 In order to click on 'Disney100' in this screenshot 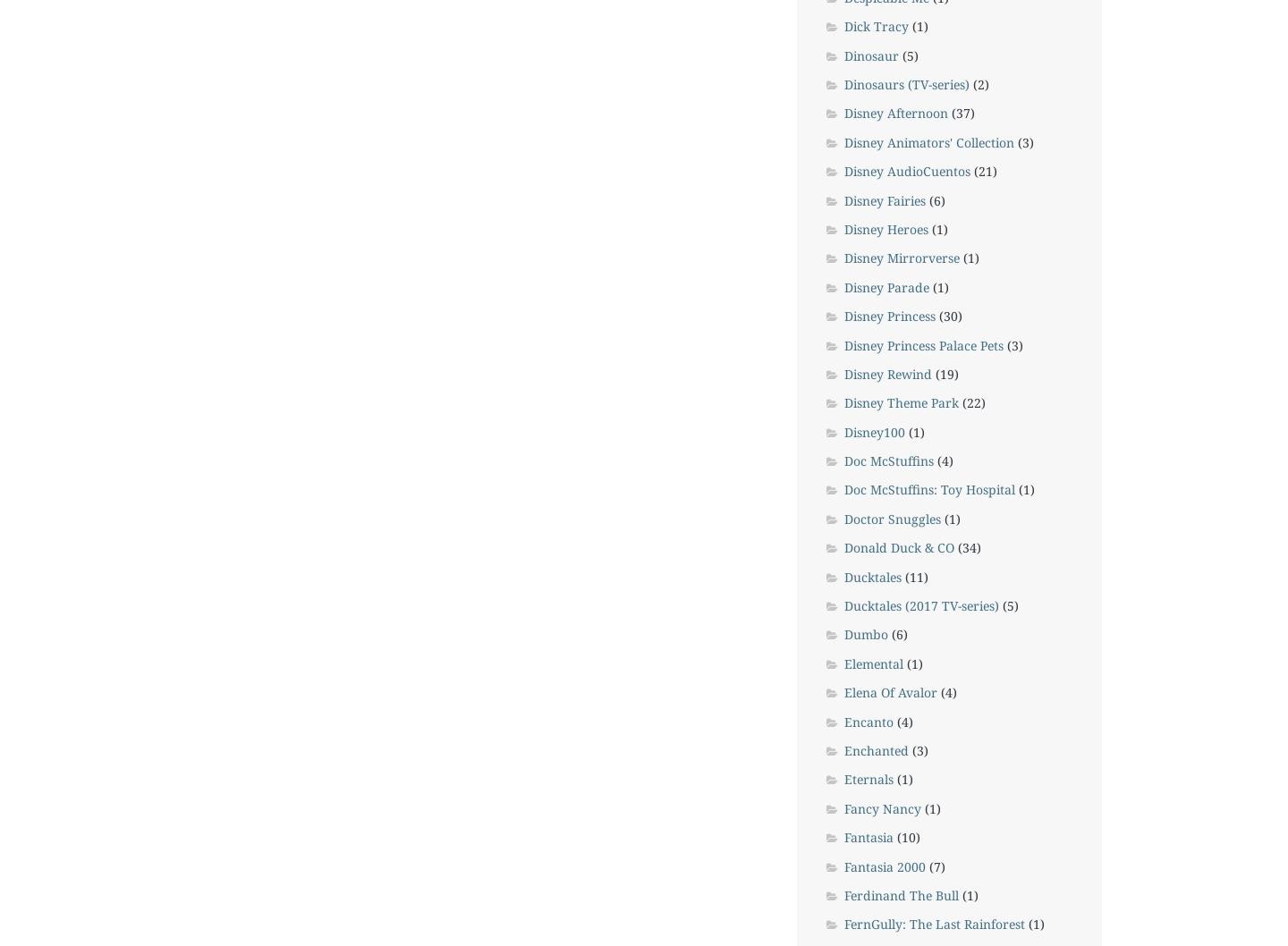, I will do `click(873, 430)`.